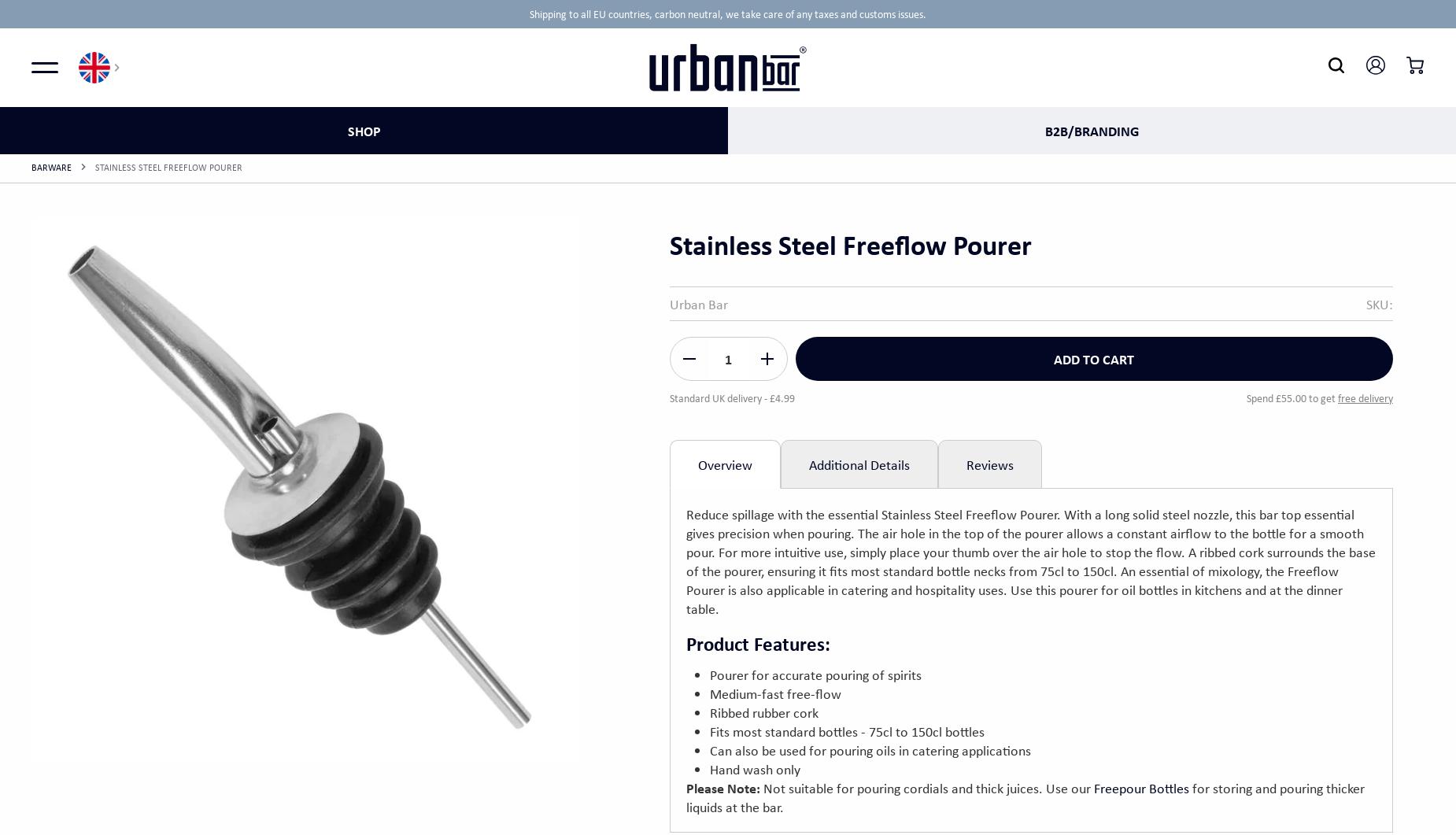 The width and height of the screenshot is (1456, 835). What do you see at coordinates (698, 303) in the screenshot?
I see `'Urban Bar'` at bounding box center [698, 303].